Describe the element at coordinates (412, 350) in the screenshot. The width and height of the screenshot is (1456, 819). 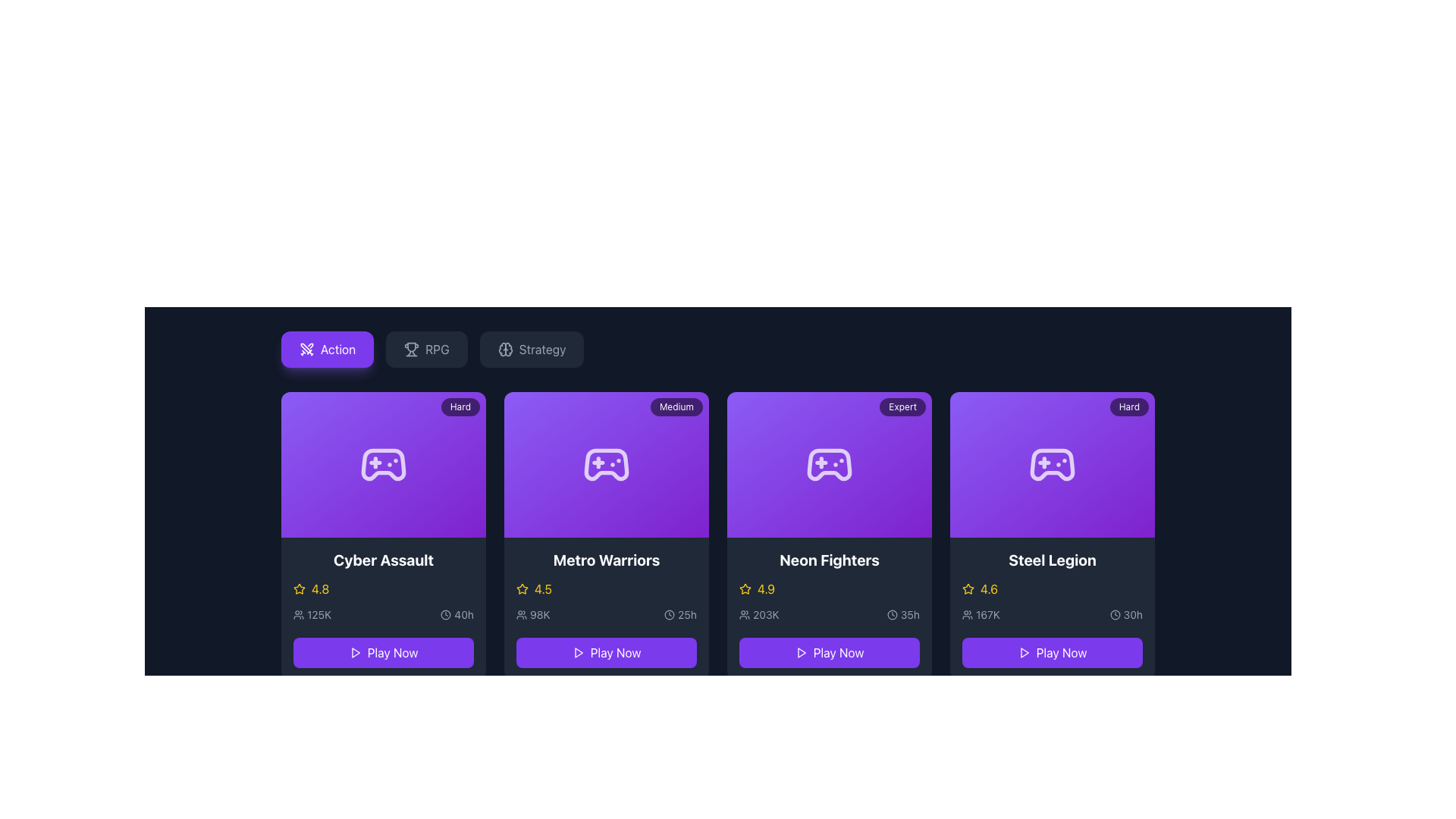
I see `the trophy icon associated with the 'RPG' category label` at that location.